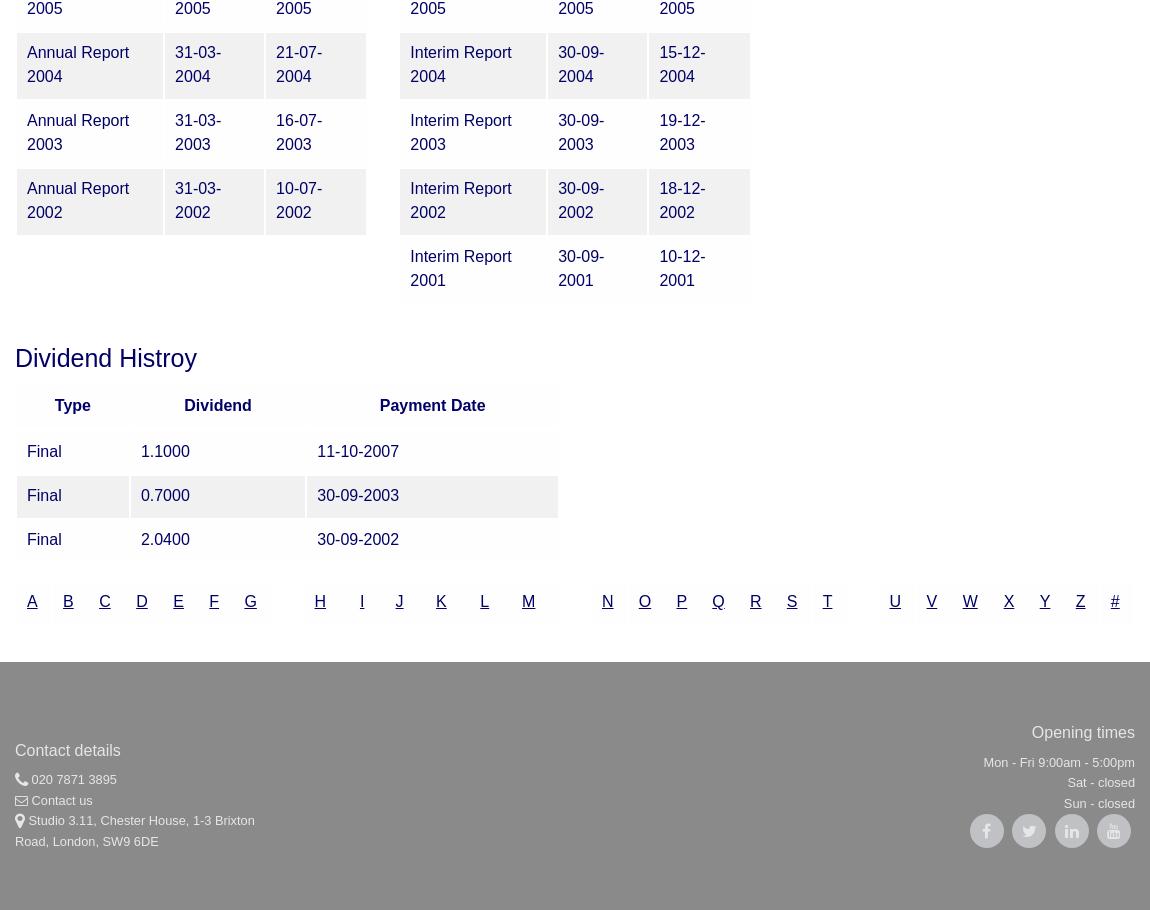  I want to click on '16-07-2003', so click(299, 131).